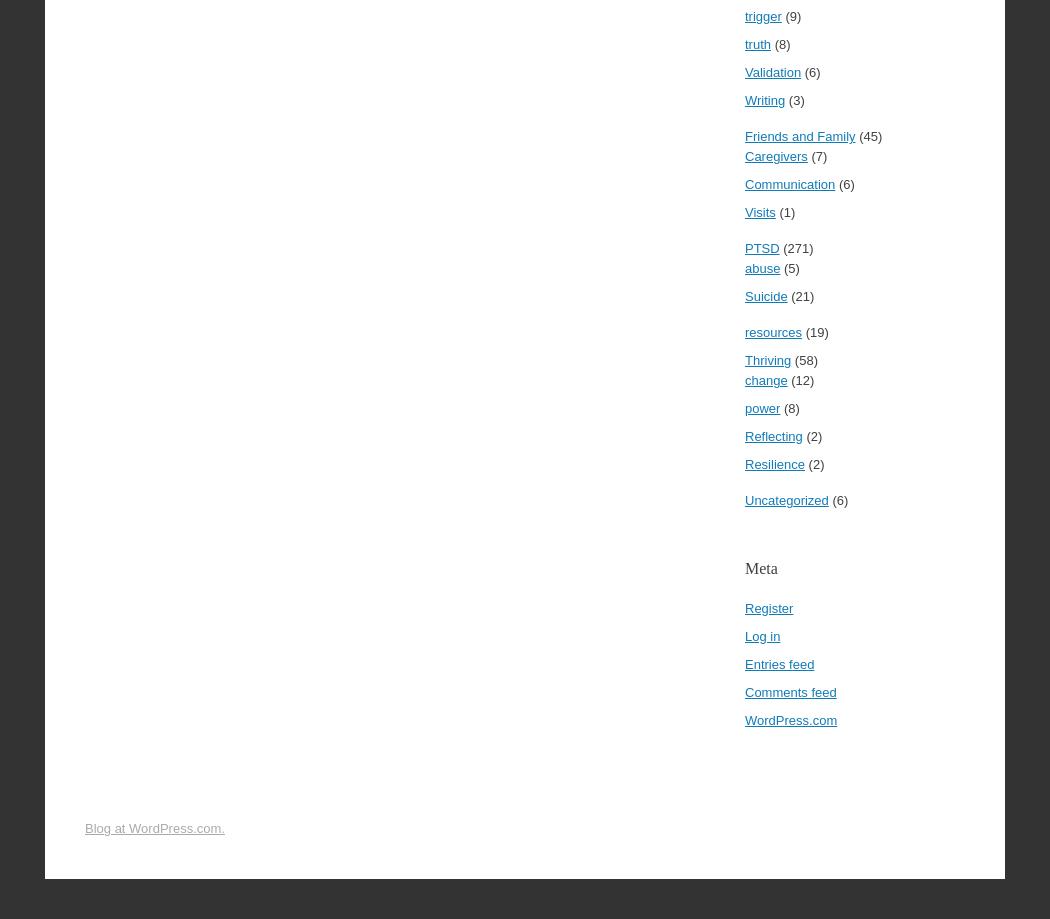 The image size is (1050, 919). I want to click on '(45)', so click(867, 135).